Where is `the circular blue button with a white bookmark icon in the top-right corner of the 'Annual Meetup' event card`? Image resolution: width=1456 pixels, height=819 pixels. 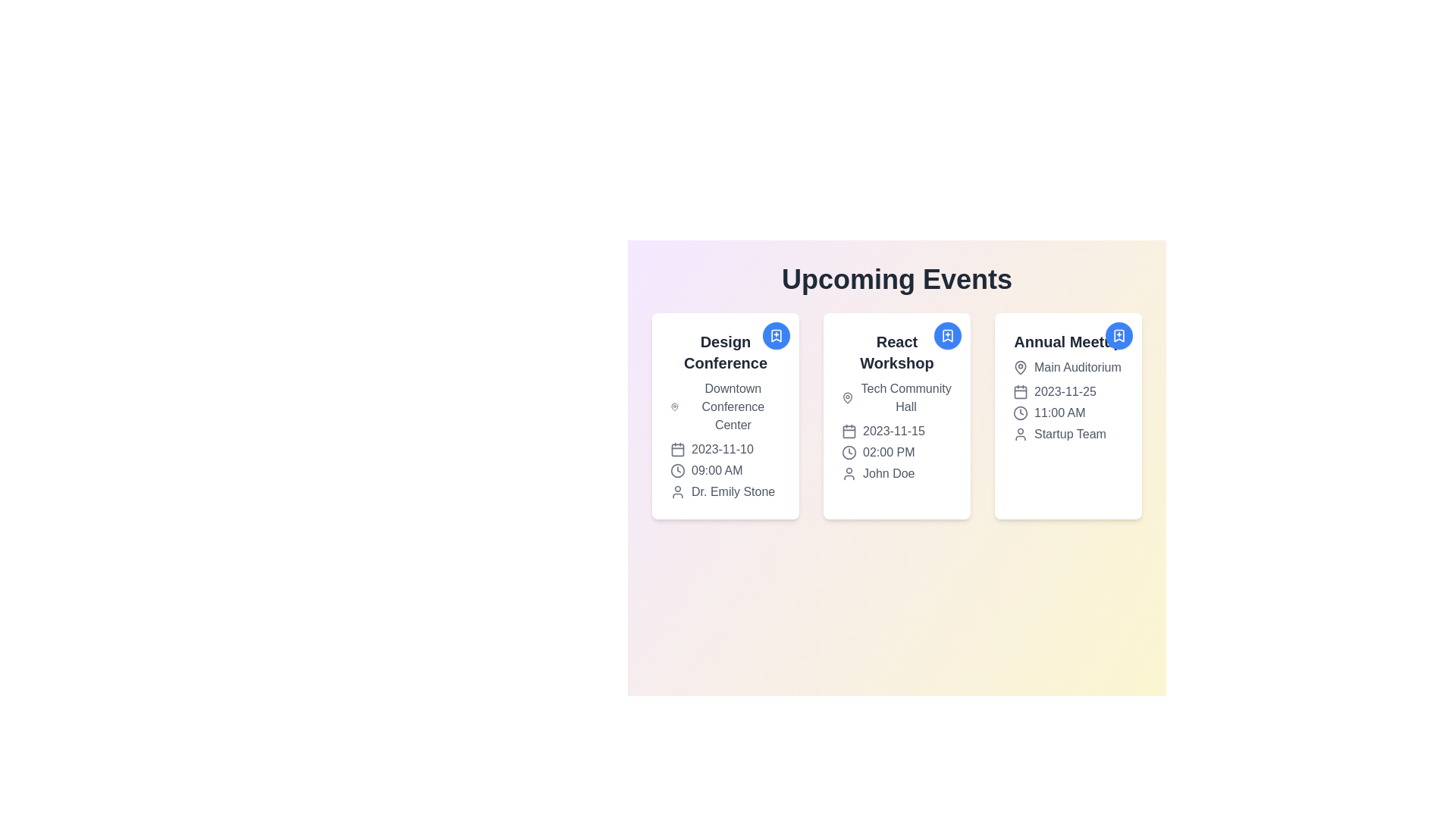 the circular blue button with a white bookmark icon in the top-right corner of the 'Annual Meetup' event card is located at coordinates (1119, 335).